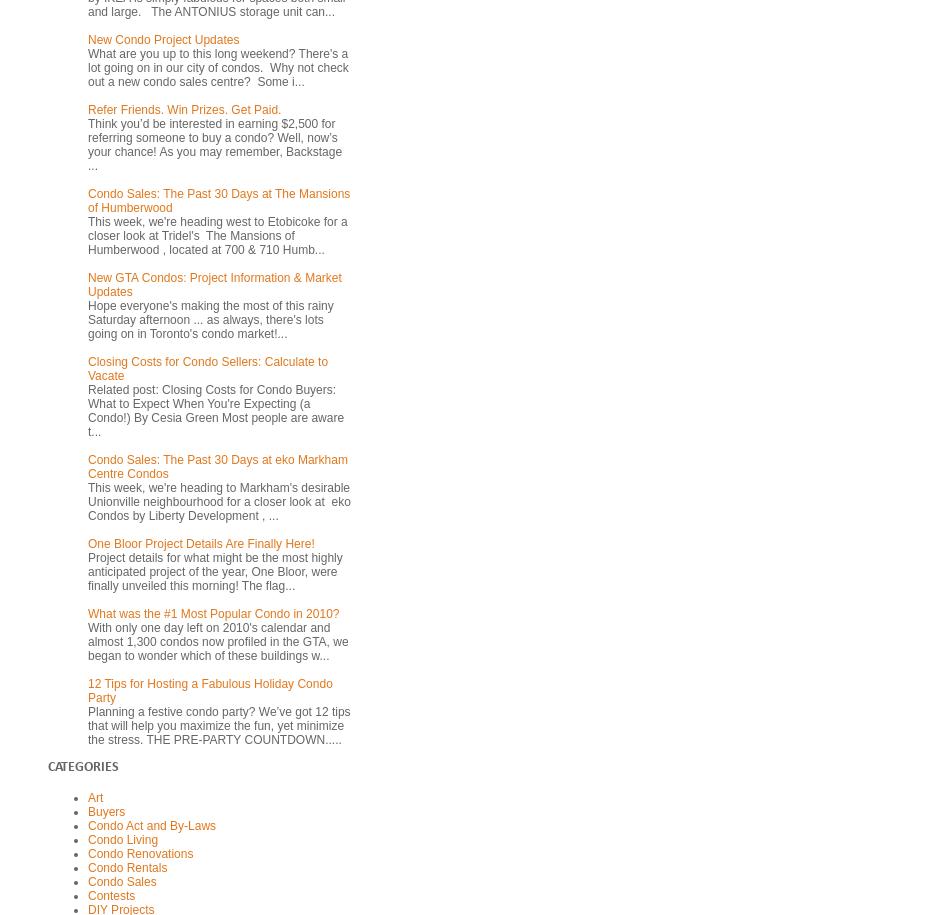  What do you see at coordinates (87, 144) in the screenshot?
I see `'Think you’d be interested in earning $2,500 for referring someone to buy a condo? Well, now’s your chance!  As you may remember, Backstage ...'` at bounding box center [87, 144].